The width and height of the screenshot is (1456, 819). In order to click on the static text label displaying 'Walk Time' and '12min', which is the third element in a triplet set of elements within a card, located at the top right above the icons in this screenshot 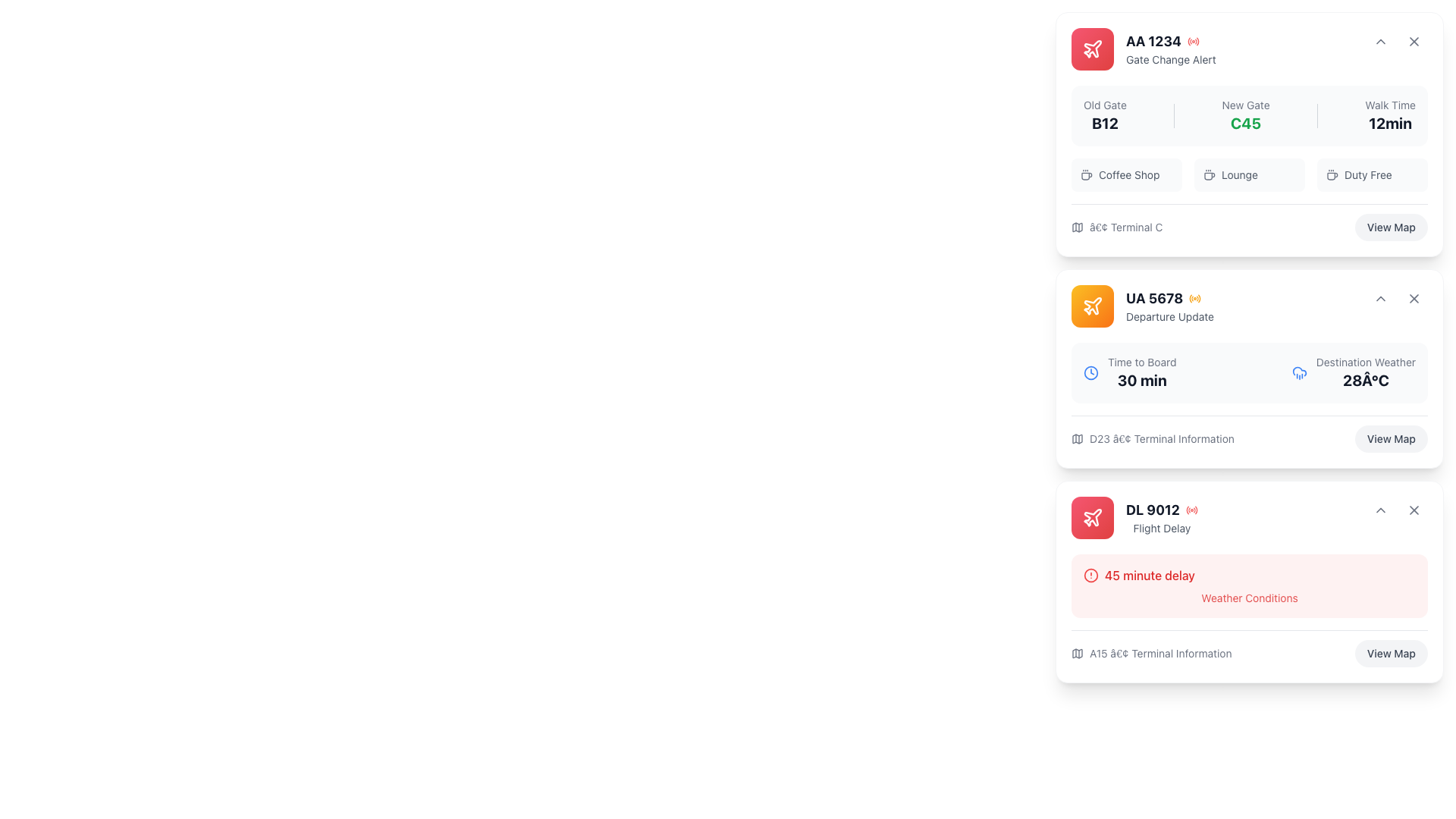, I will do `click(1390, 115)`.